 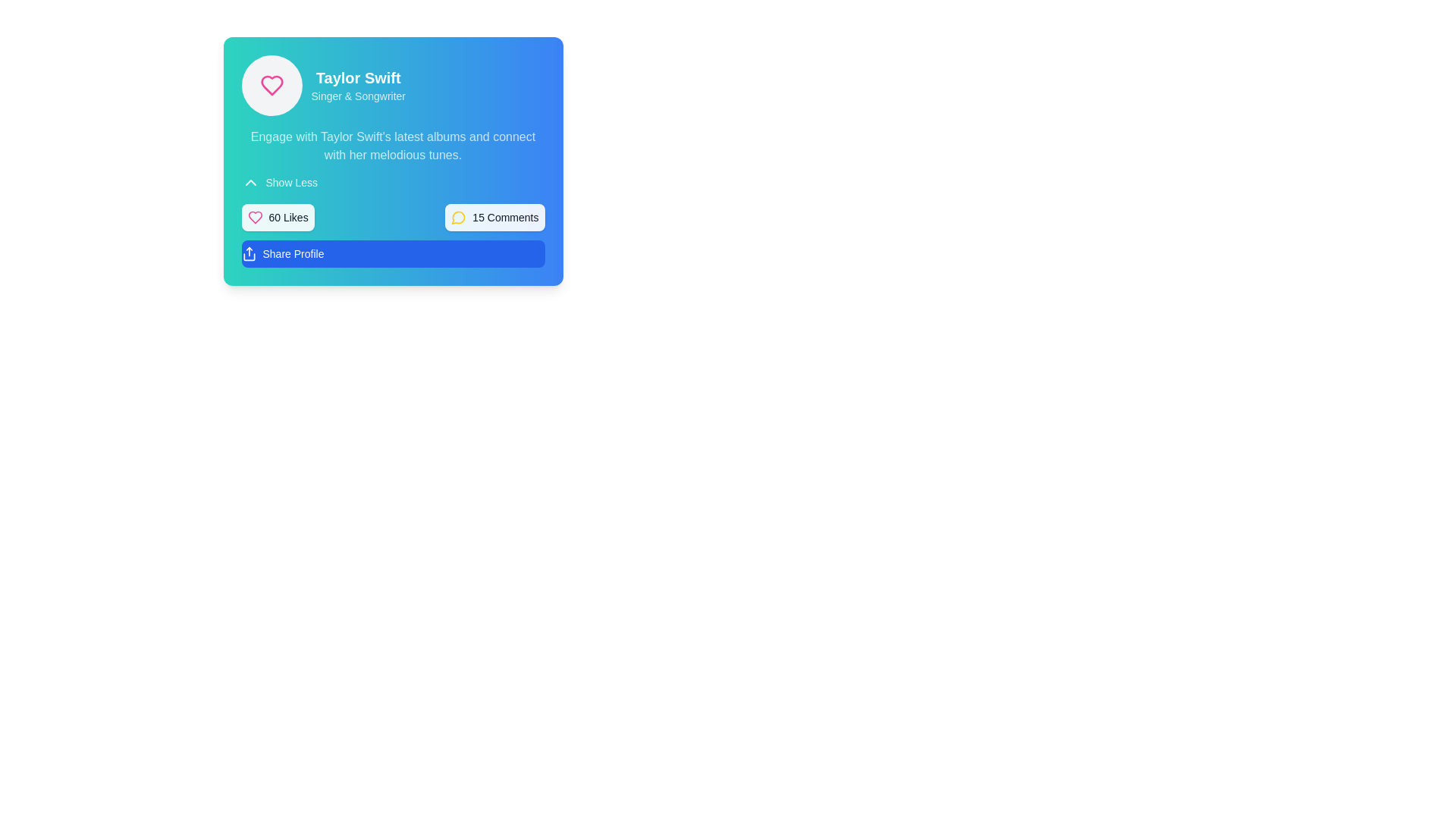 I want to click on the comments icon, which is located to the right of the '60 Likes' text and serves as the visual indicator for the comments functionality, so click(x=458, y=217).